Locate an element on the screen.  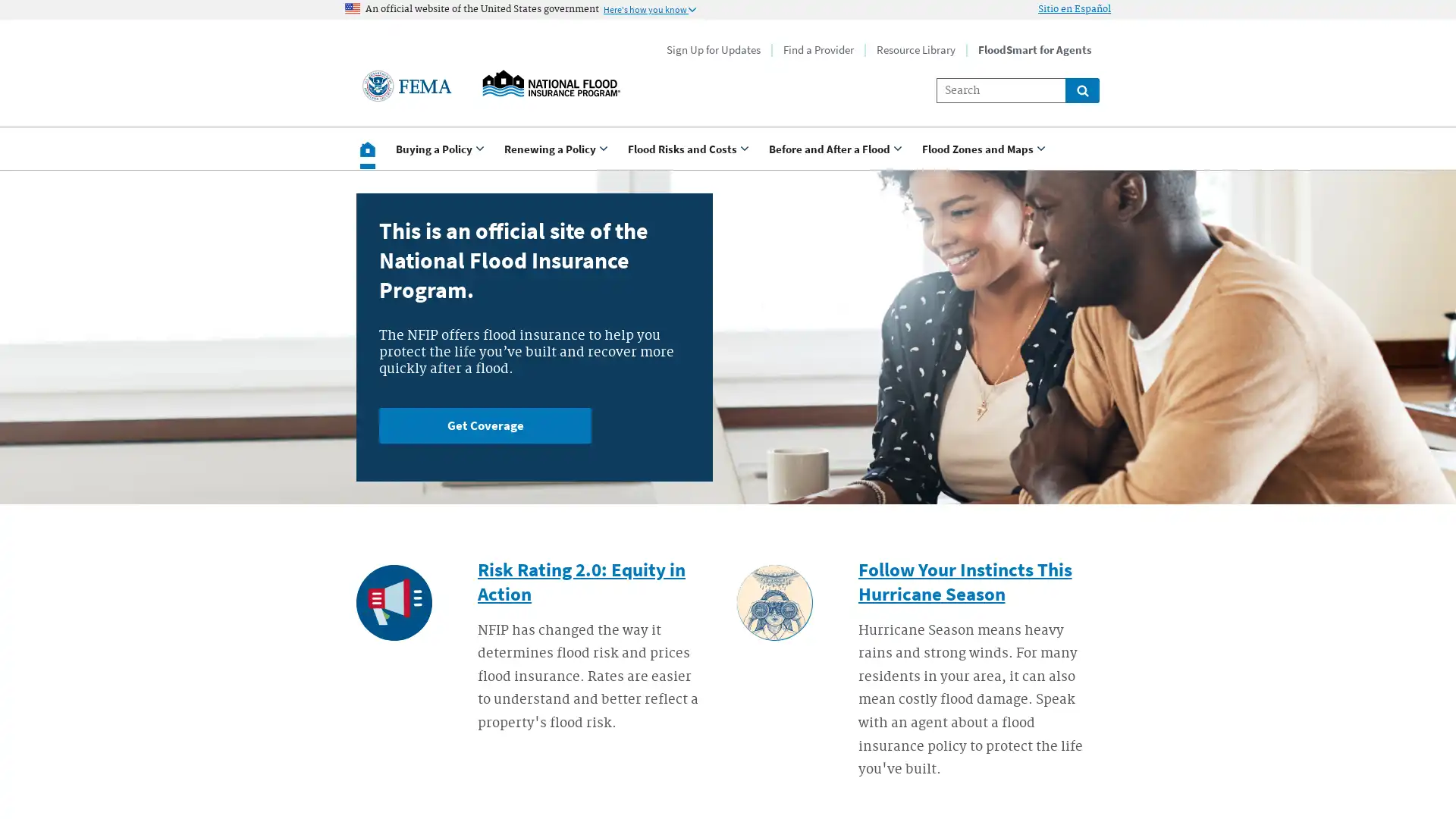
Use <enter> and shift + <enter> to open and close the drop down to sub-menus is located at coordinates (441, 148).